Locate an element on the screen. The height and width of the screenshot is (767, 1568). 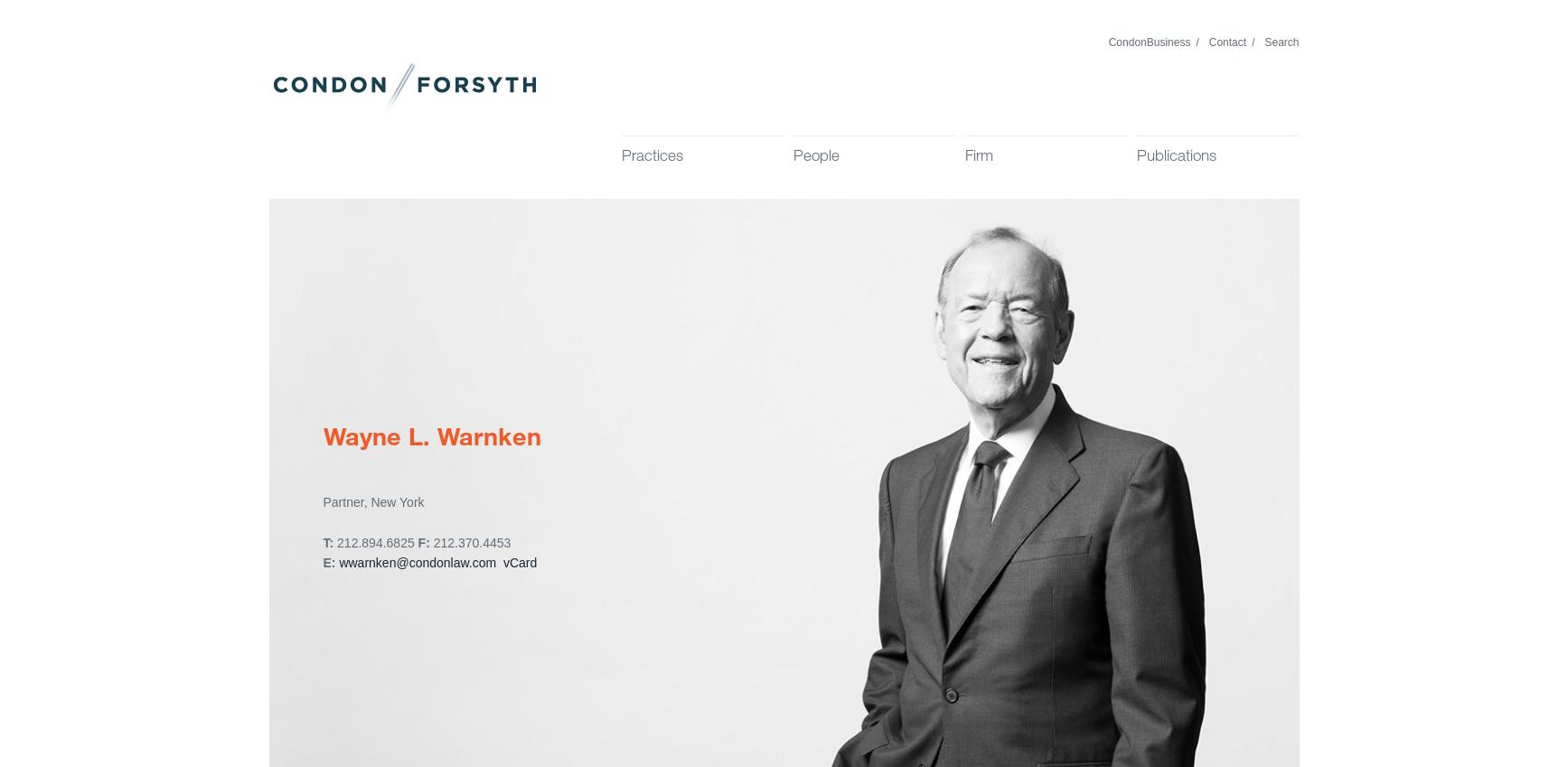
'Practices' is located at coordinates (652, 154).